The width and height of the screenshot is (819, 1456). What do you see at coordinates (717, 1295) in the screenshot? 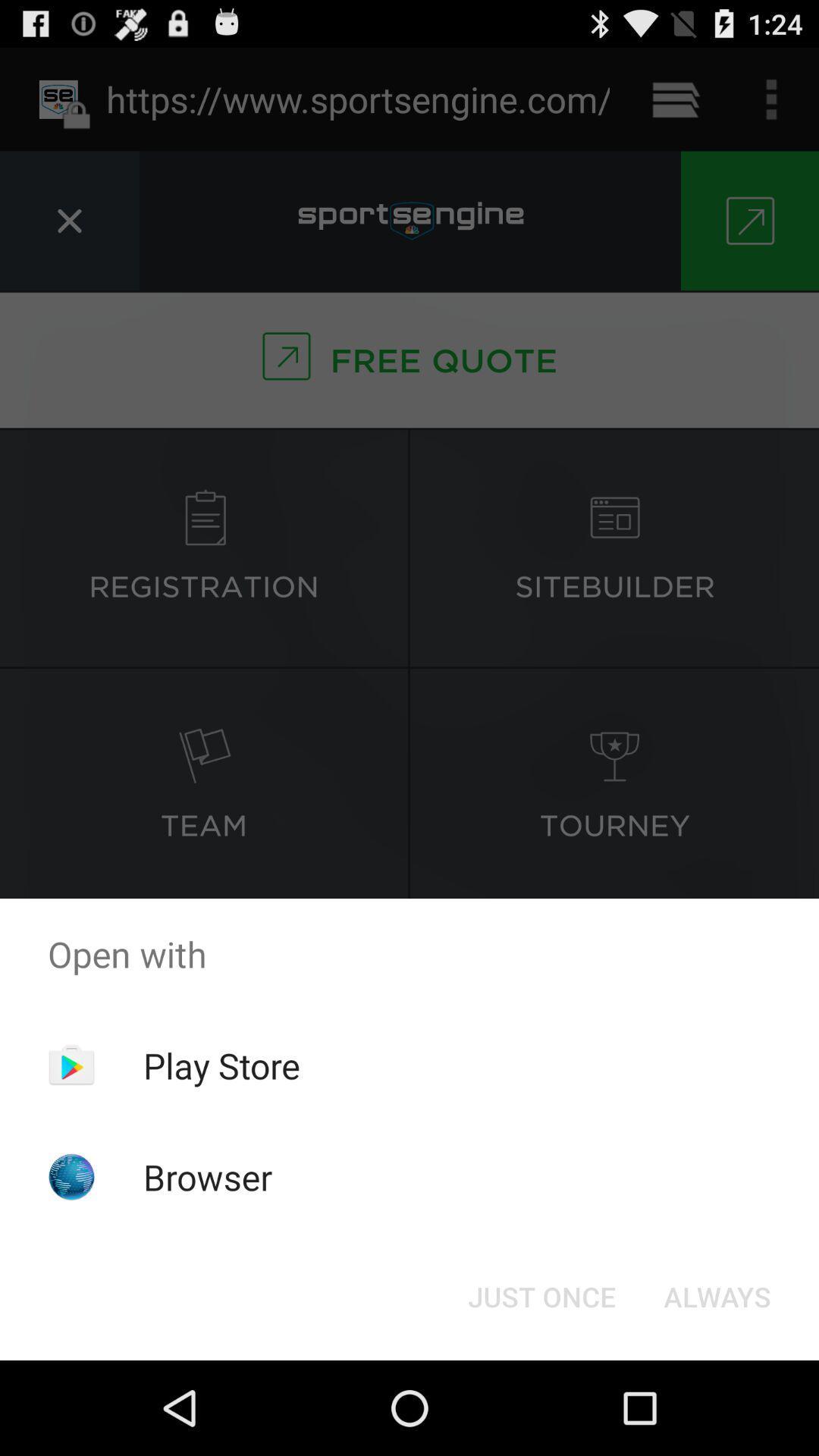
I see `icon at the bottom right corner` at bounding box center [717, 1295].